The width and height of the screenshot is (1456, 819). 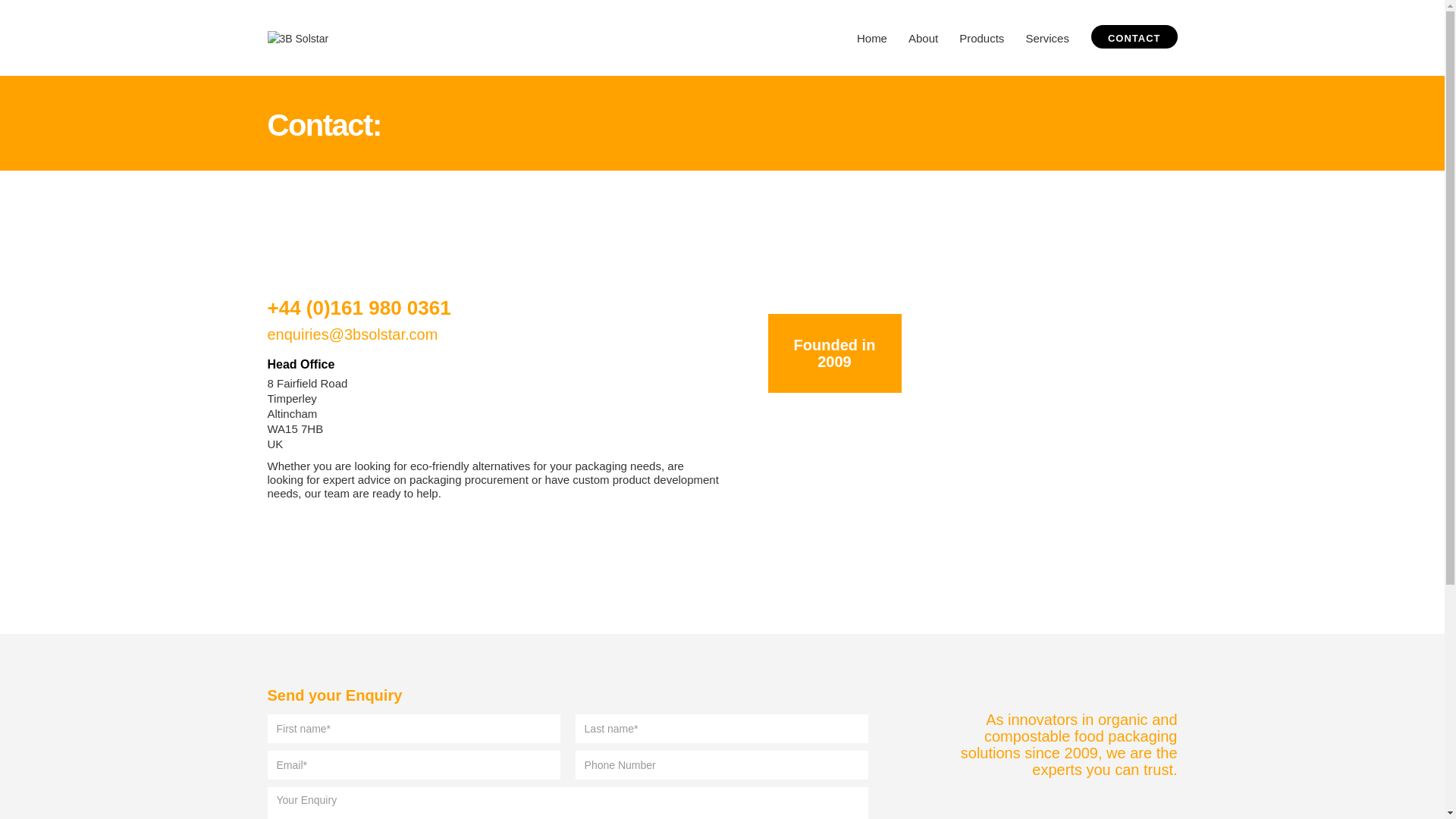 I want to click on 'About', so click(x=922, y=37).